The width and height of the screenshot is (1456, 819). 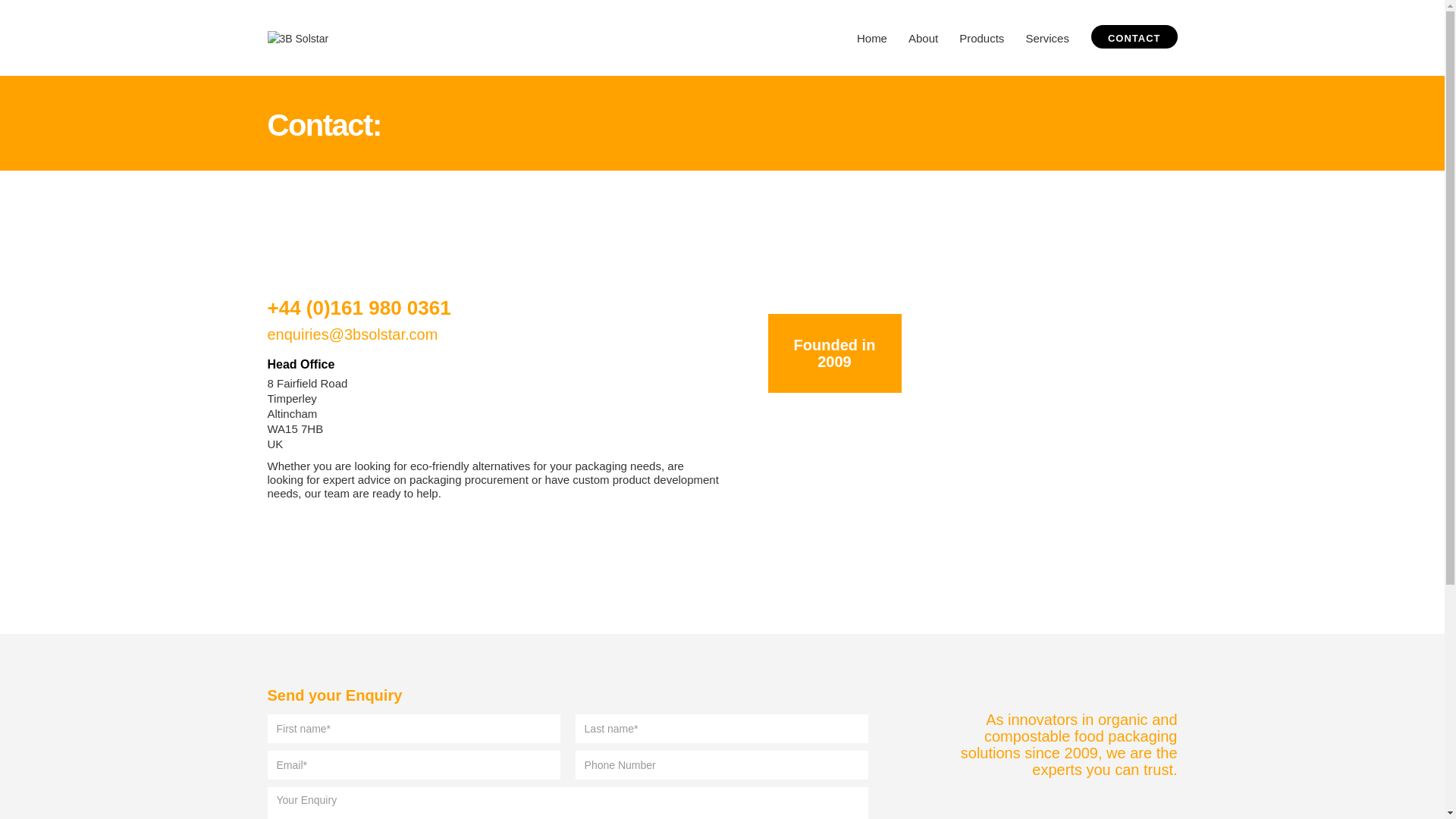 I want to click on 'About', so click(x=922, y=37).